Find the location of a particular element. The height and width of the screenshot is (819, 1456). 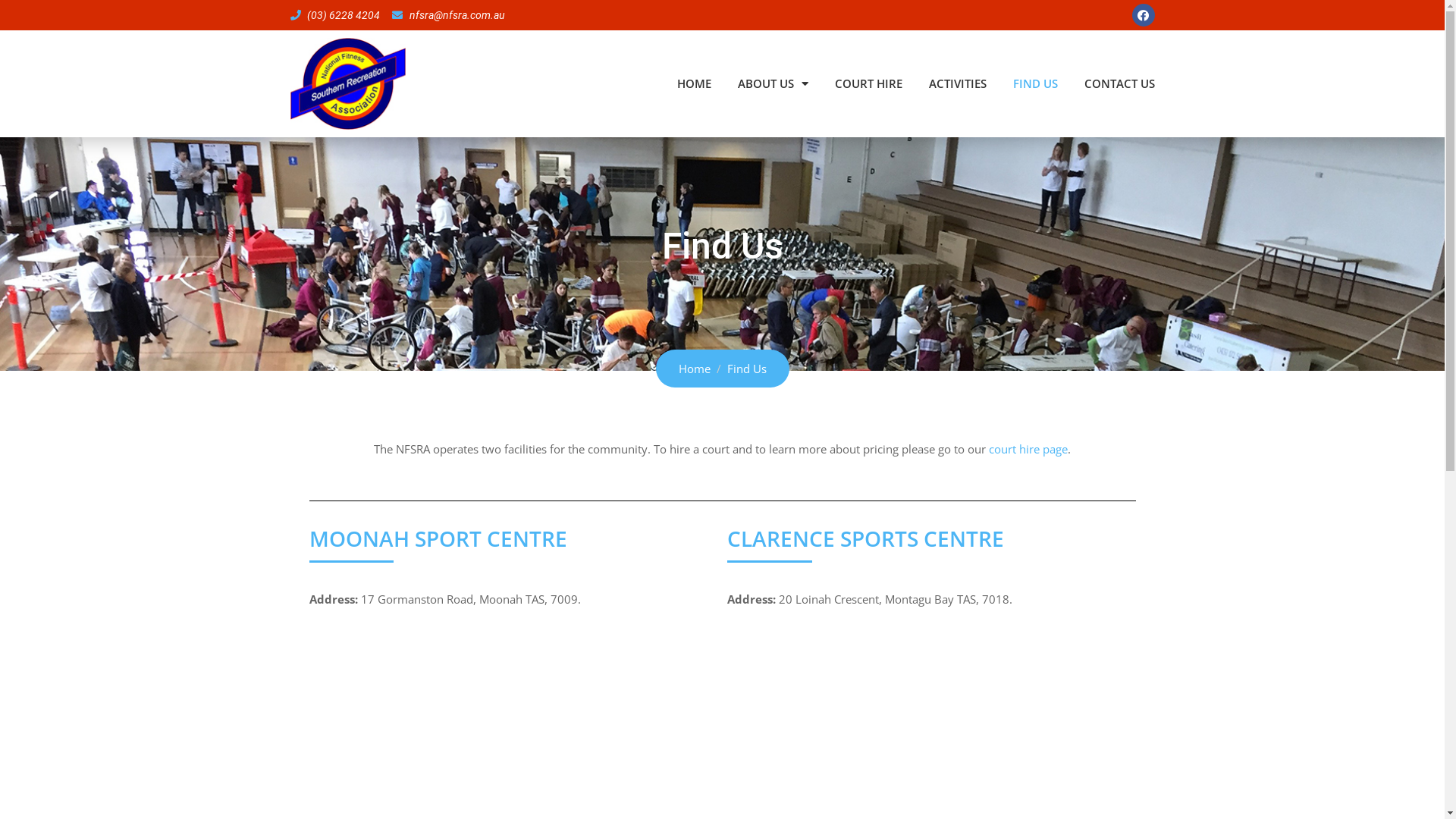

'COURT HIRE' is located at coordinates (833, 83).